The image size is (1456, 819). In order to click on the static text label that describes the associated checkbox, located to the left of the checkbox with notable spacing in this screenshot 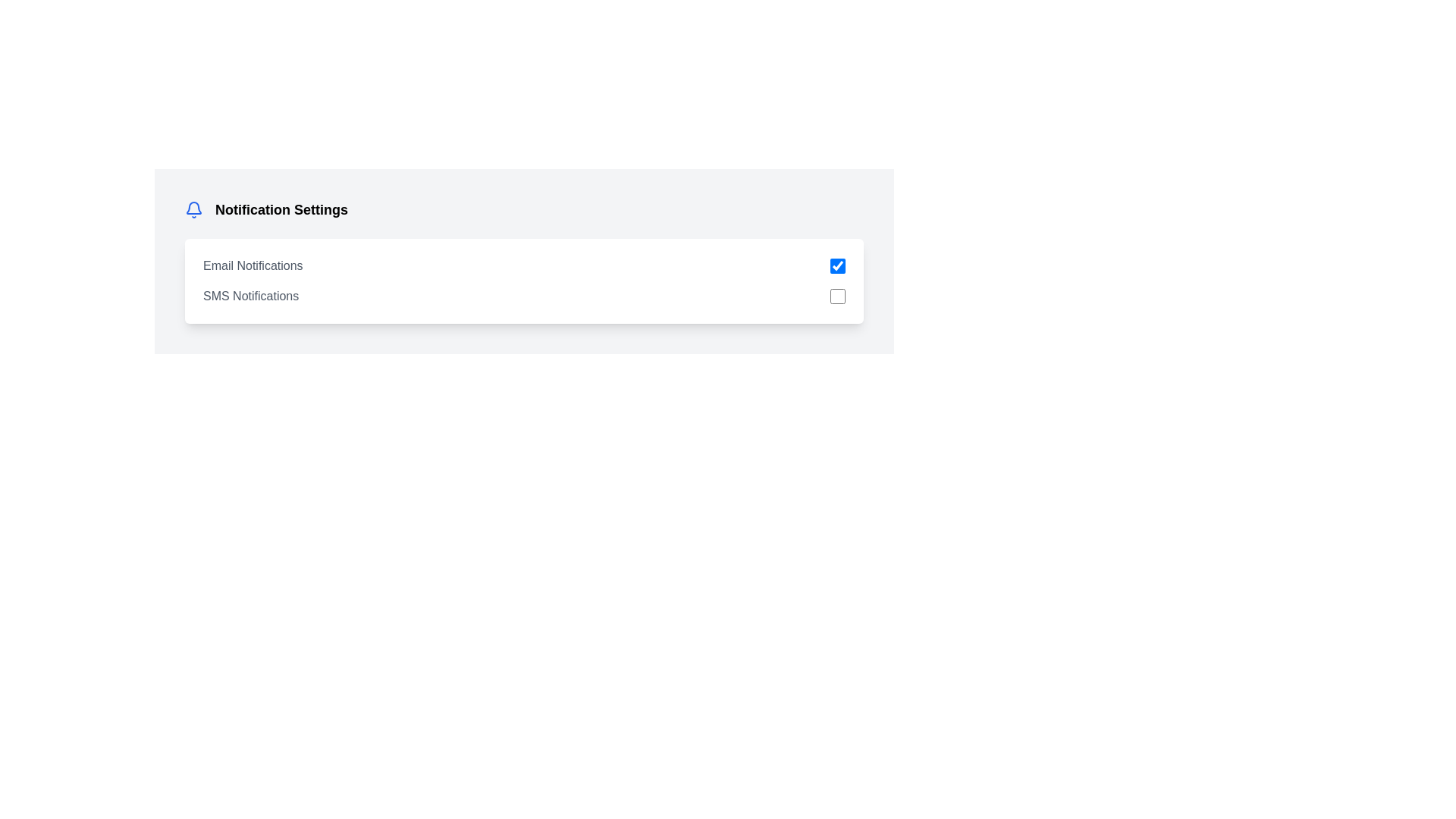, I will do `click(253, 265)`.